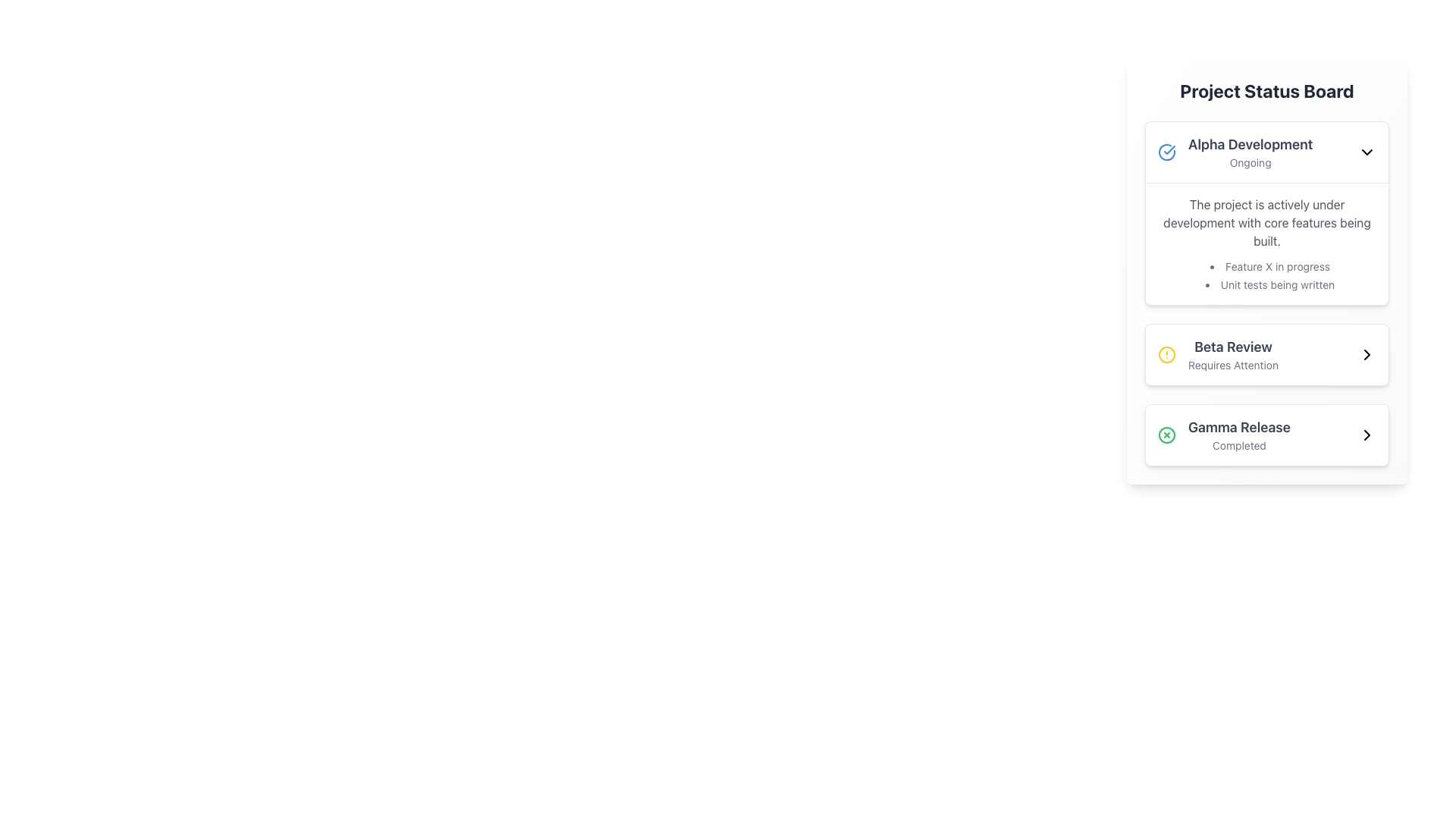 Image resolution: width=1456 pixels, height=819 pixels. I want to click on detailed information on the first status card titled 'Alpha Development' located at the top of the 'Project Status Board', so click(1266, 213).